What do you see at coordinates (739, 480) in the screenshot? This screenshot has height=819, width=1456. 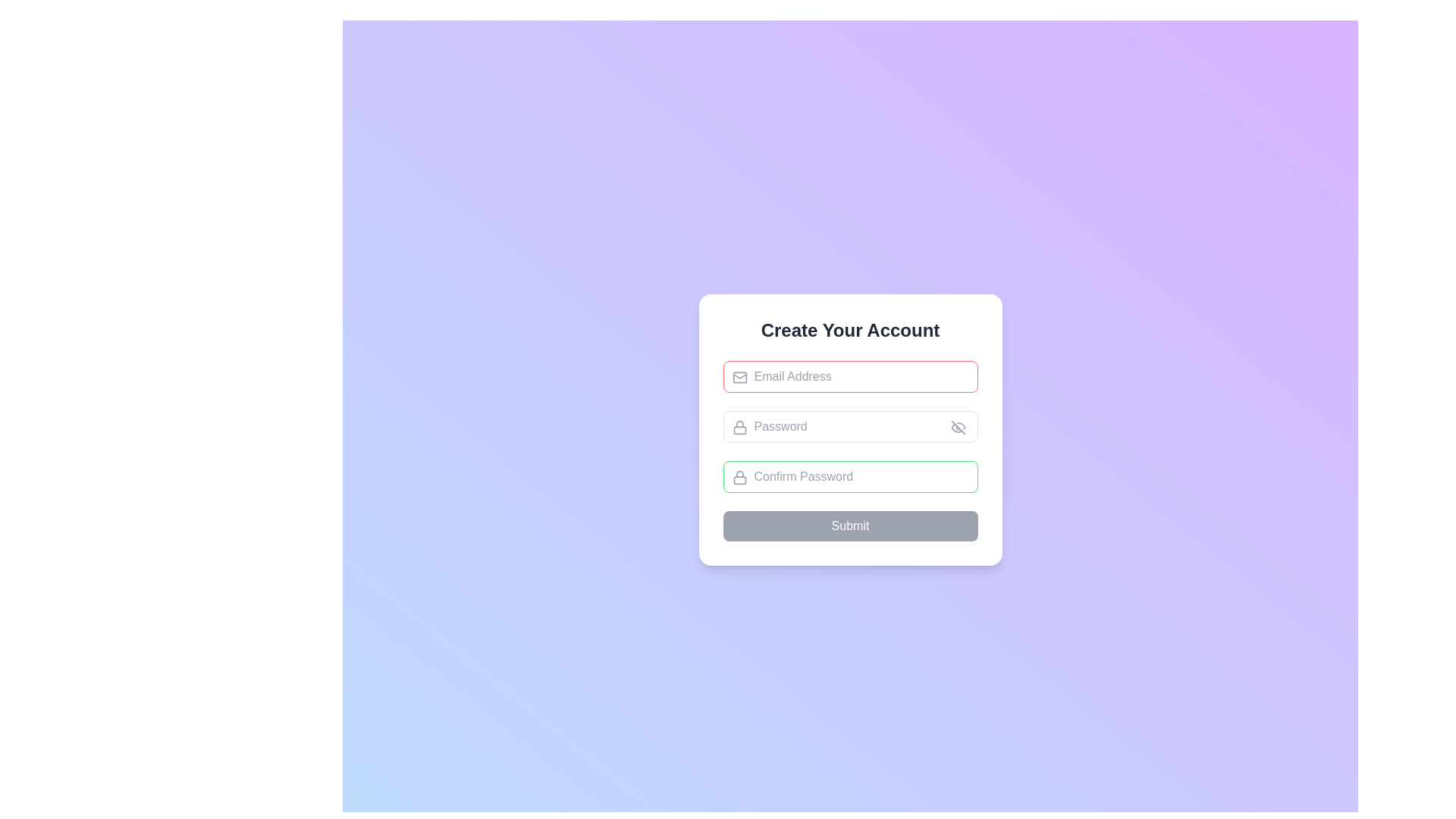 I see `the bottom rectangular section of the padlock icon within the 'Confirm Password' input field, which symbolizes security and serves a decorative purpose` at bounding box center [739, 480].